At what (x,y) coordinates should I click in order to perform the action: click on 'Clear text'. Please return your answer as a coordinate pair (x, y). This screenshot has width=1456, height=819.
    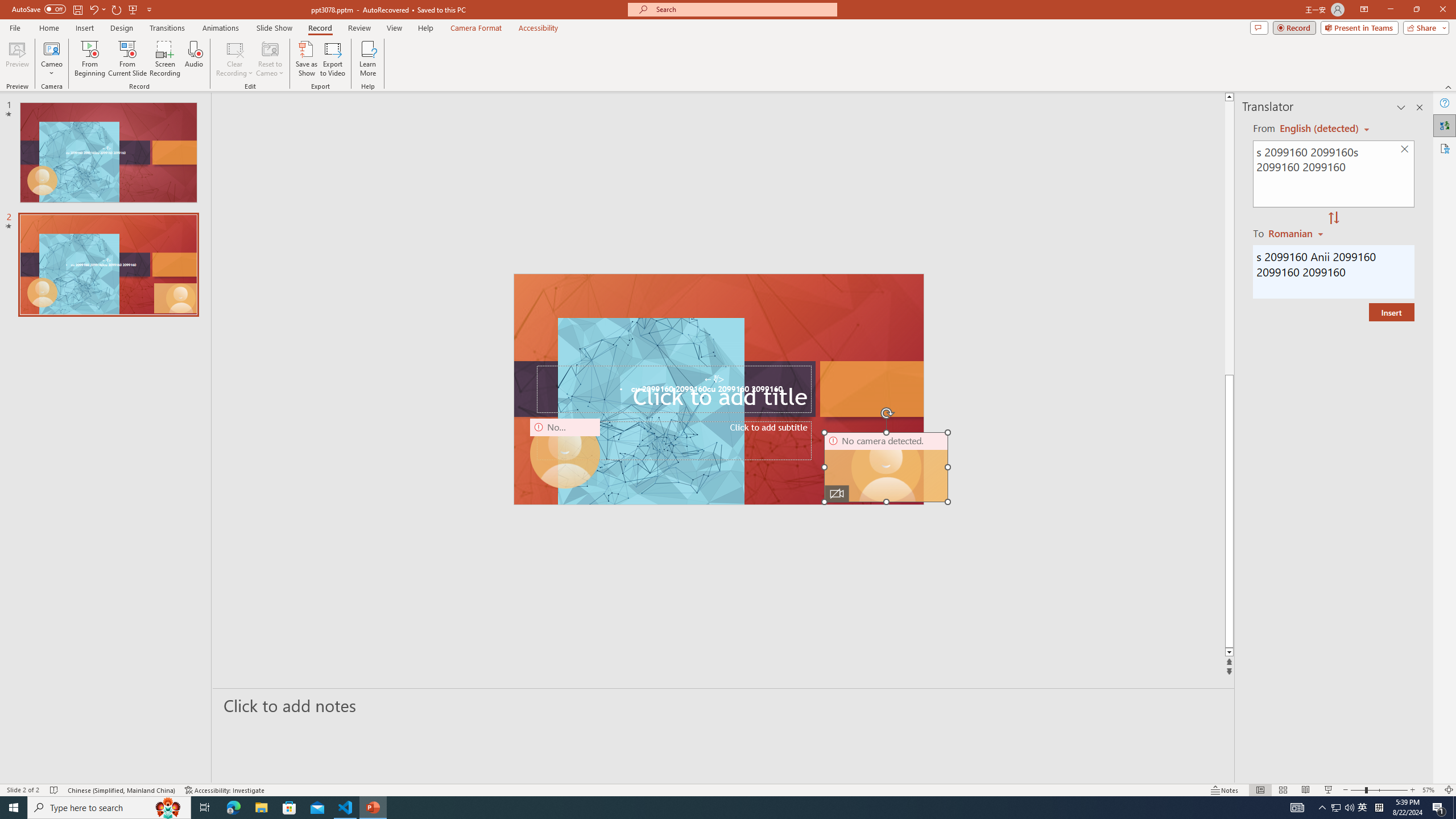
    Looking at the image, I should click on (1405, 150).